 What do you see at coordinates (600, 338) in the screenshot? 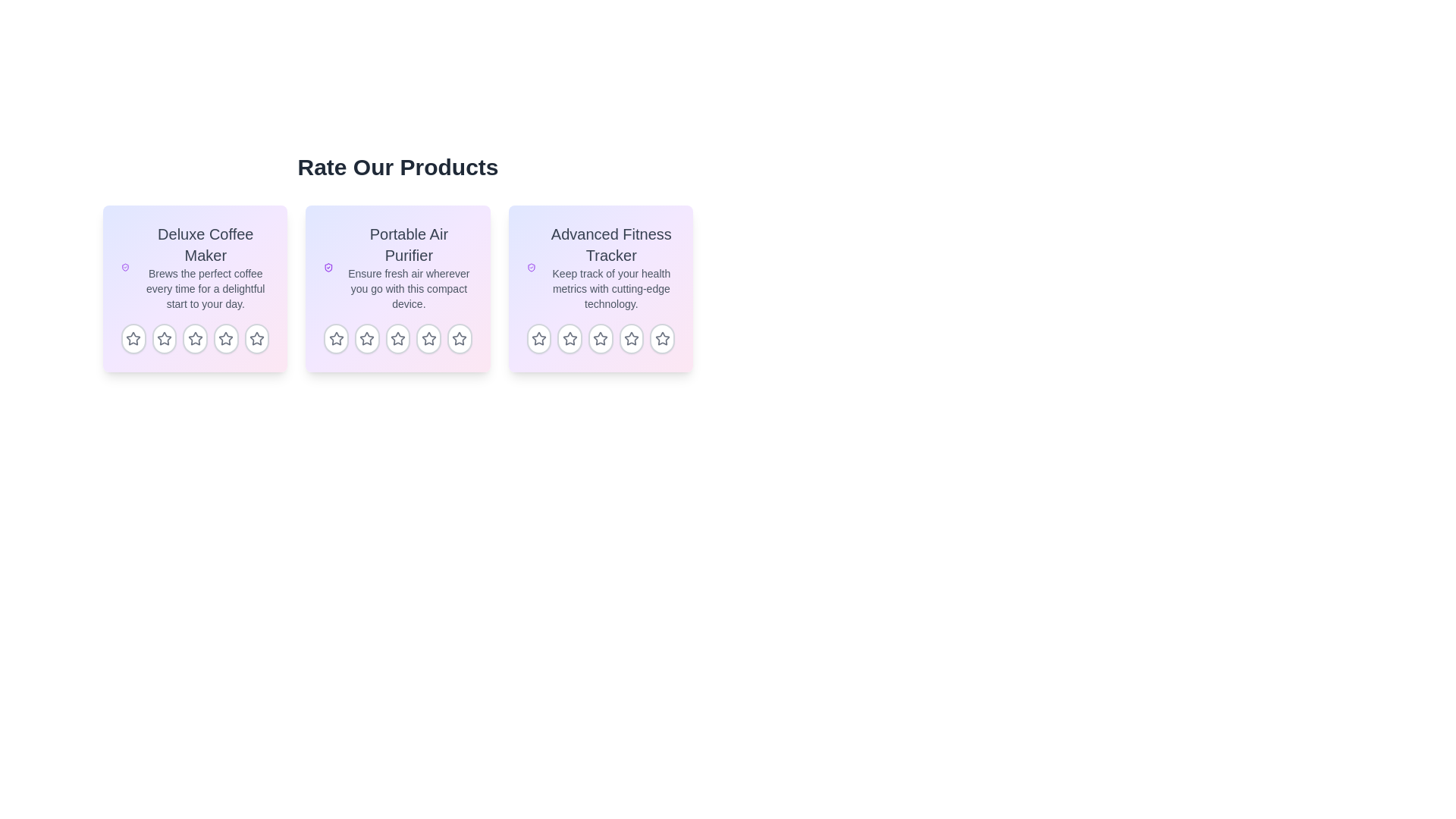
I see `the third star icon in the rating system under 'Advanced Fitness Tracker'` at bounding box center [600, 338].